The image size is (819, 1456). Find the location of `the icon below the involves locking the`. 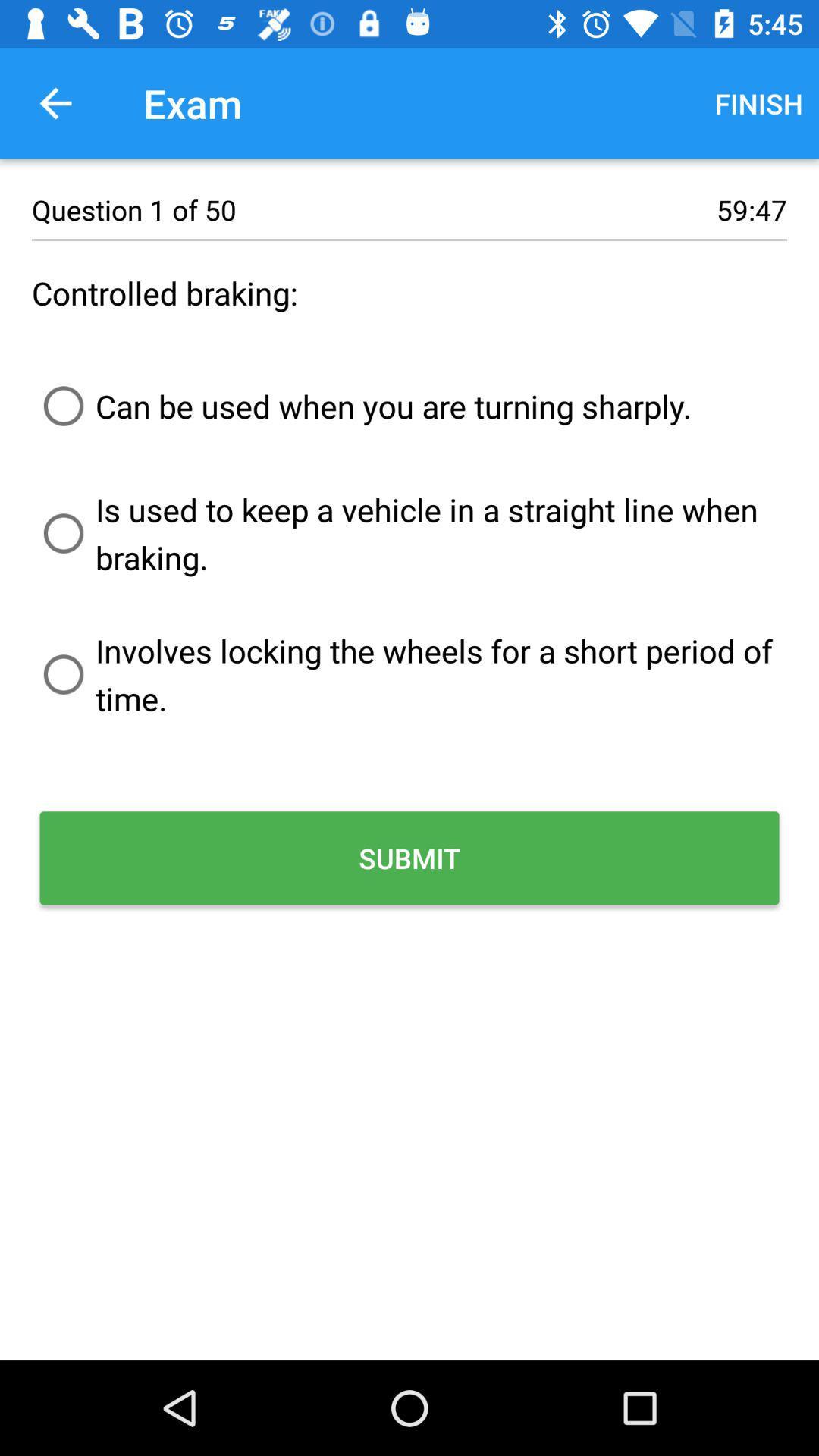

the icon below the involves locking the is located at coordinates (409, 858).